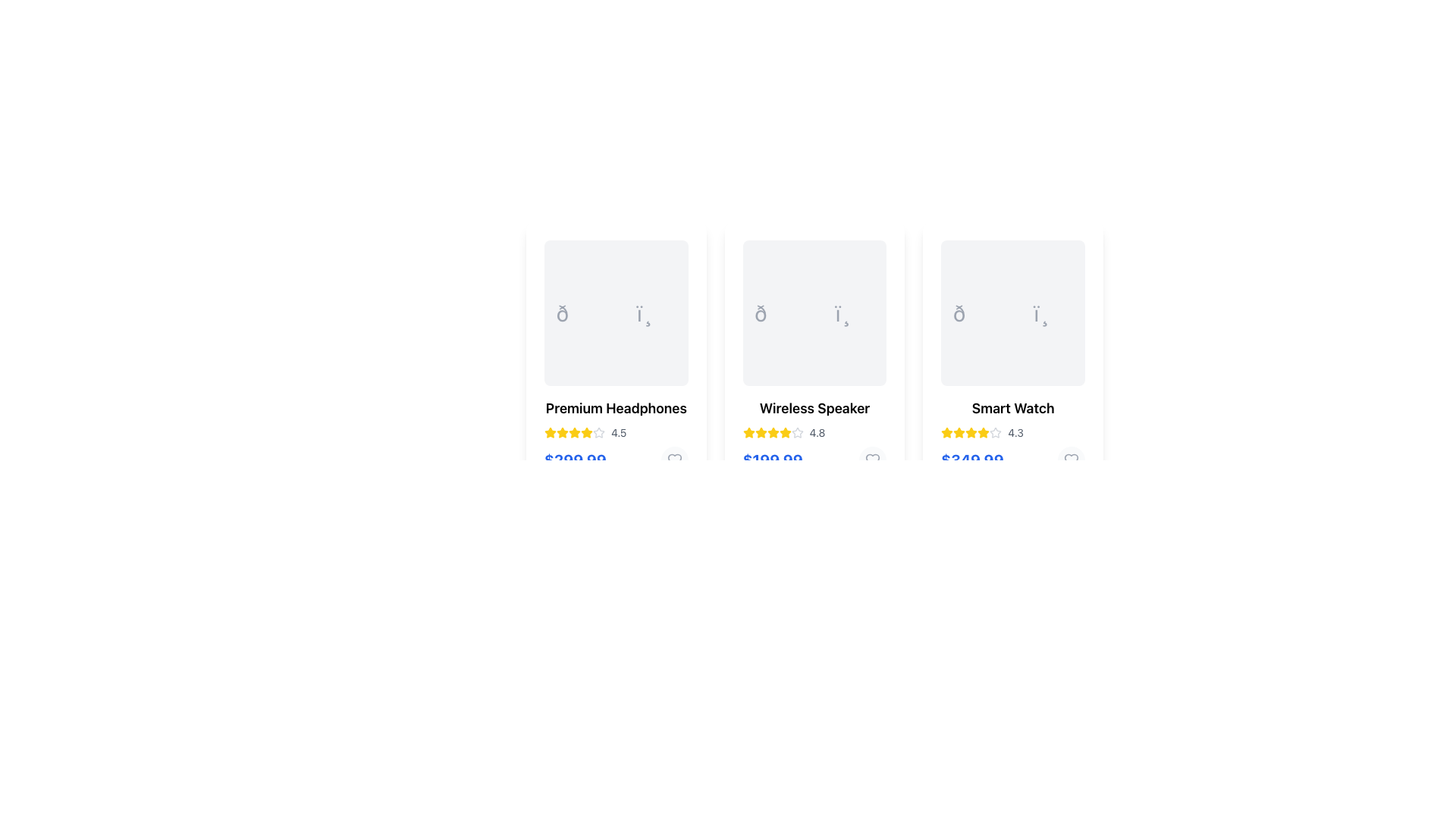 This screenshot has height=819, width=1456. I want to click on the yellow star icon indicating a rating of '4.8' for the product titled 'Wireless Speaker', which is the first star in a five-star rating system, so click(748, 432).